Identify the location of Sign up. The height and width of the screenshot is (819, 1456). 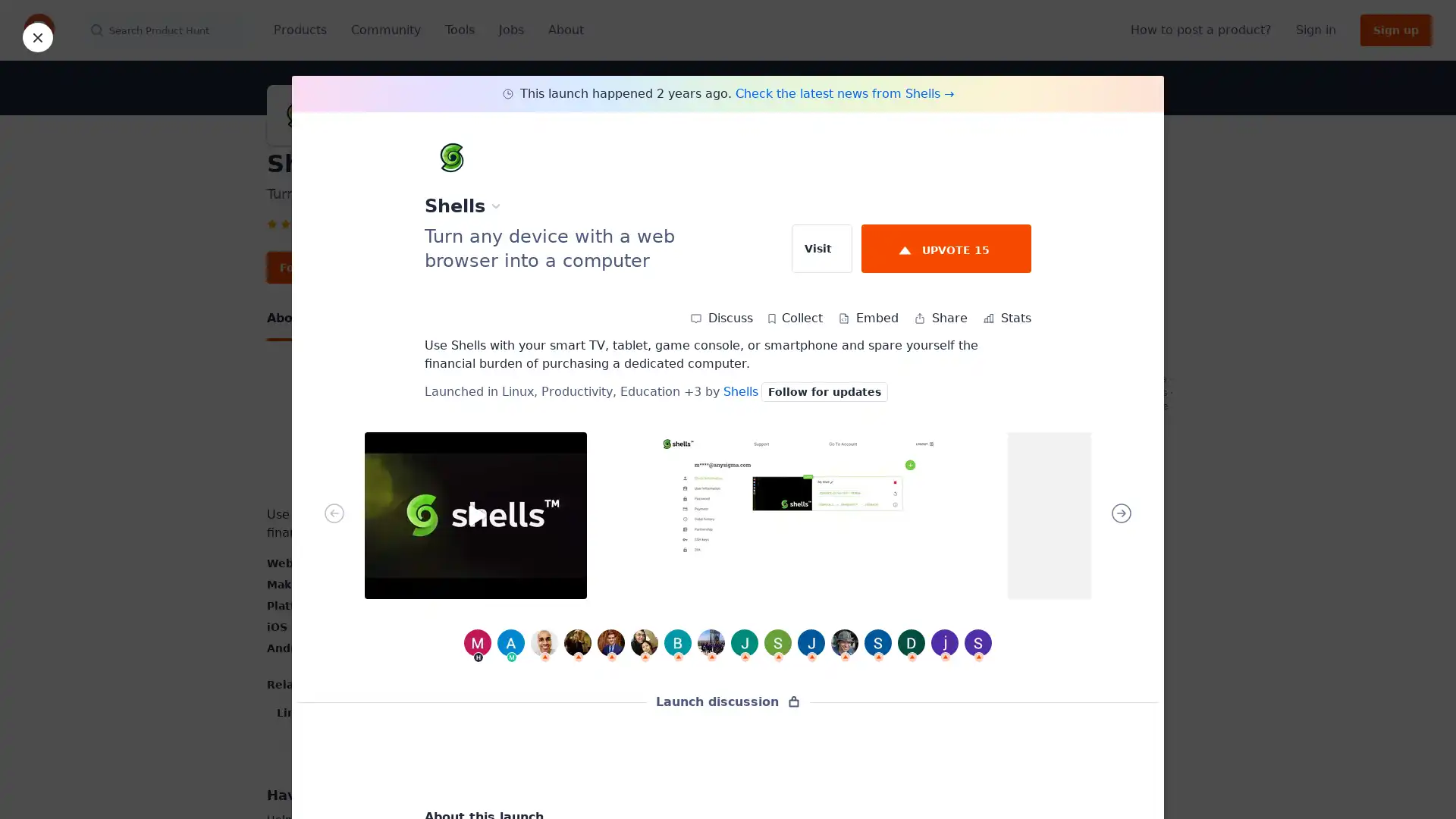
(1395, 30).